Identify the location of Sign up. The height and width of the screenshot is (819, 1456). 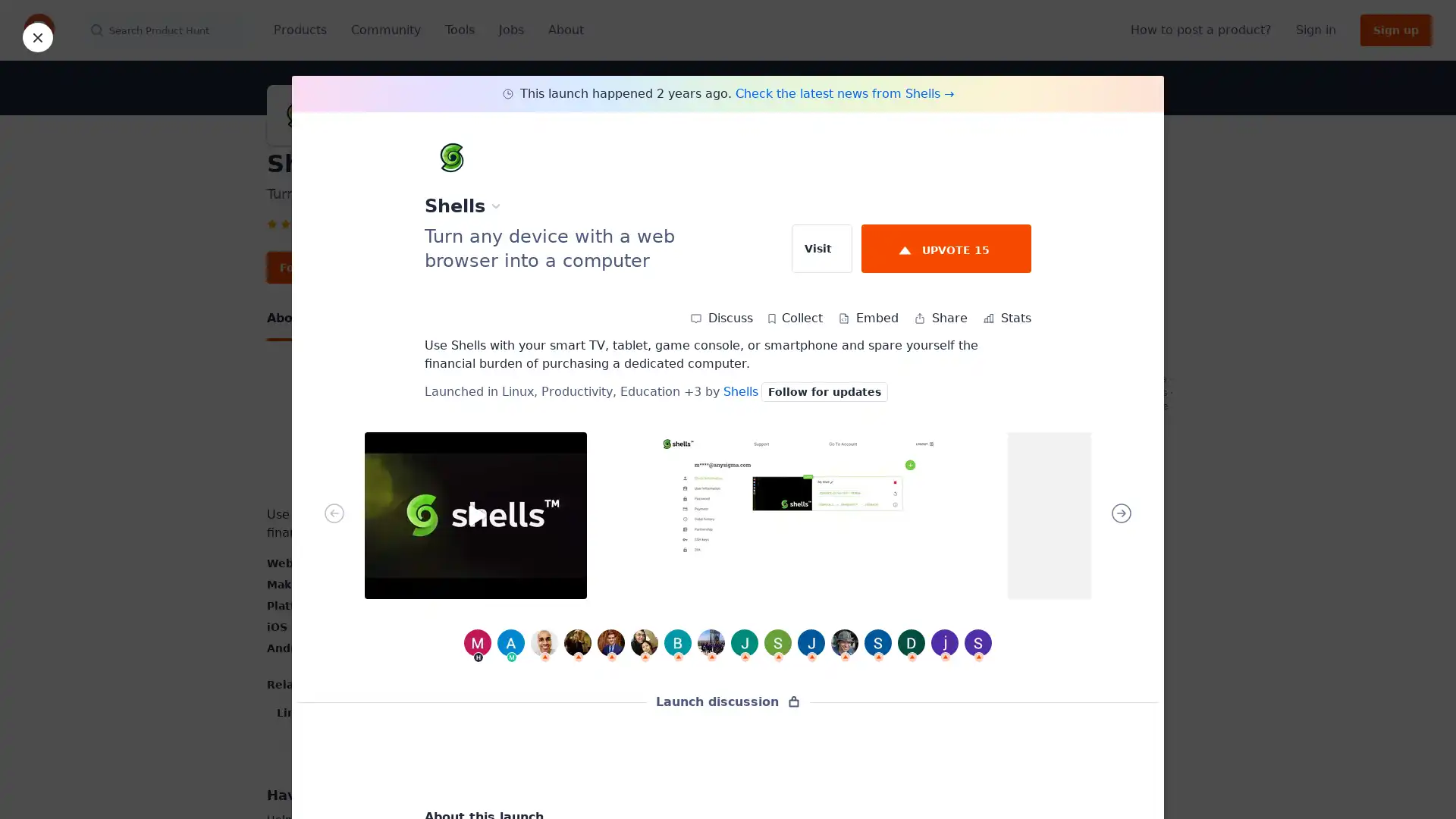
(1395, 30).